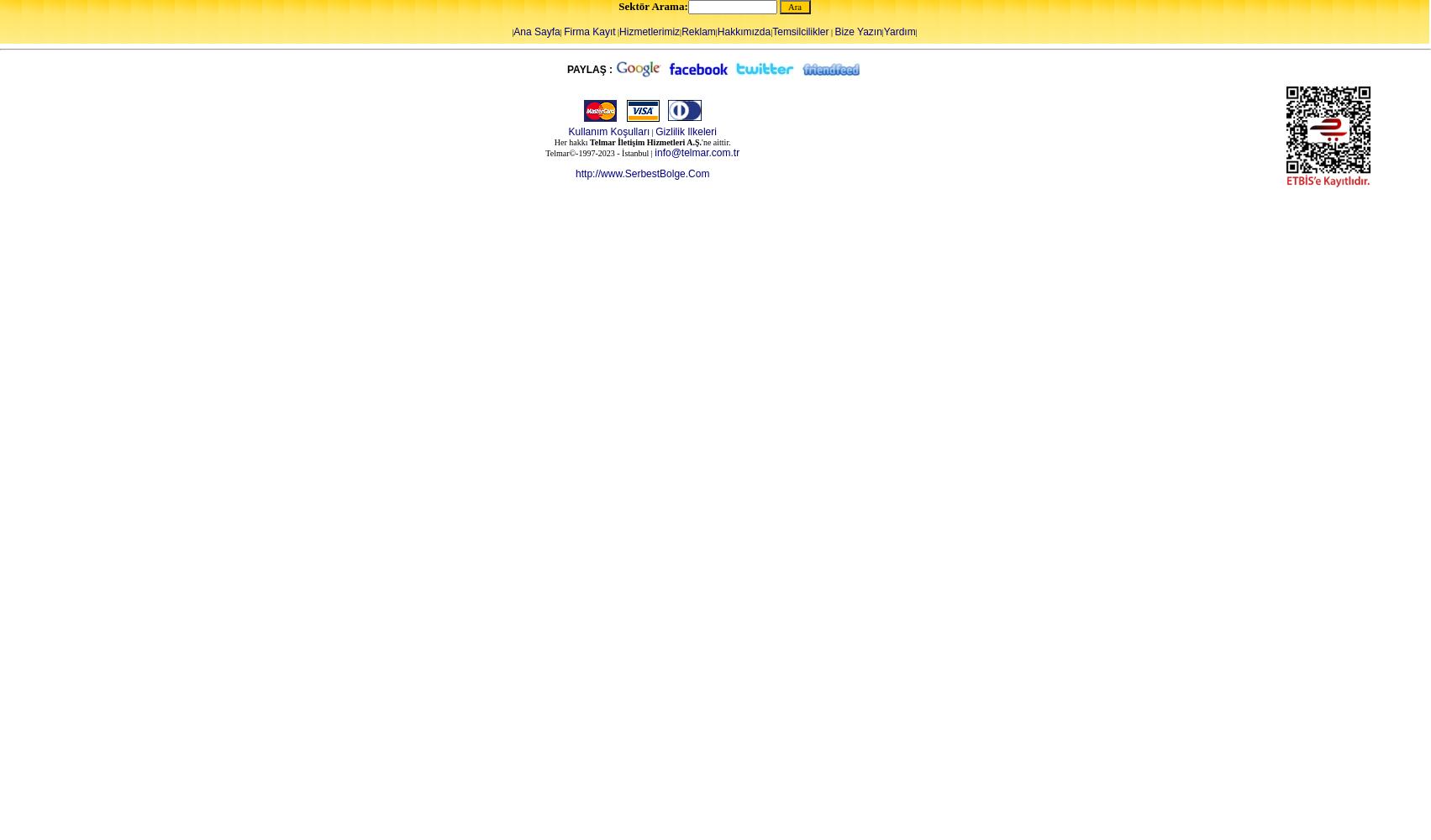 Image resolution: width=1431 pixels, height=840 pixels. Describe the element at coordinates (645, 142) in the screenshot. I see `'Telmar İletişim Hizmetleri A.Ş.'` at that location.